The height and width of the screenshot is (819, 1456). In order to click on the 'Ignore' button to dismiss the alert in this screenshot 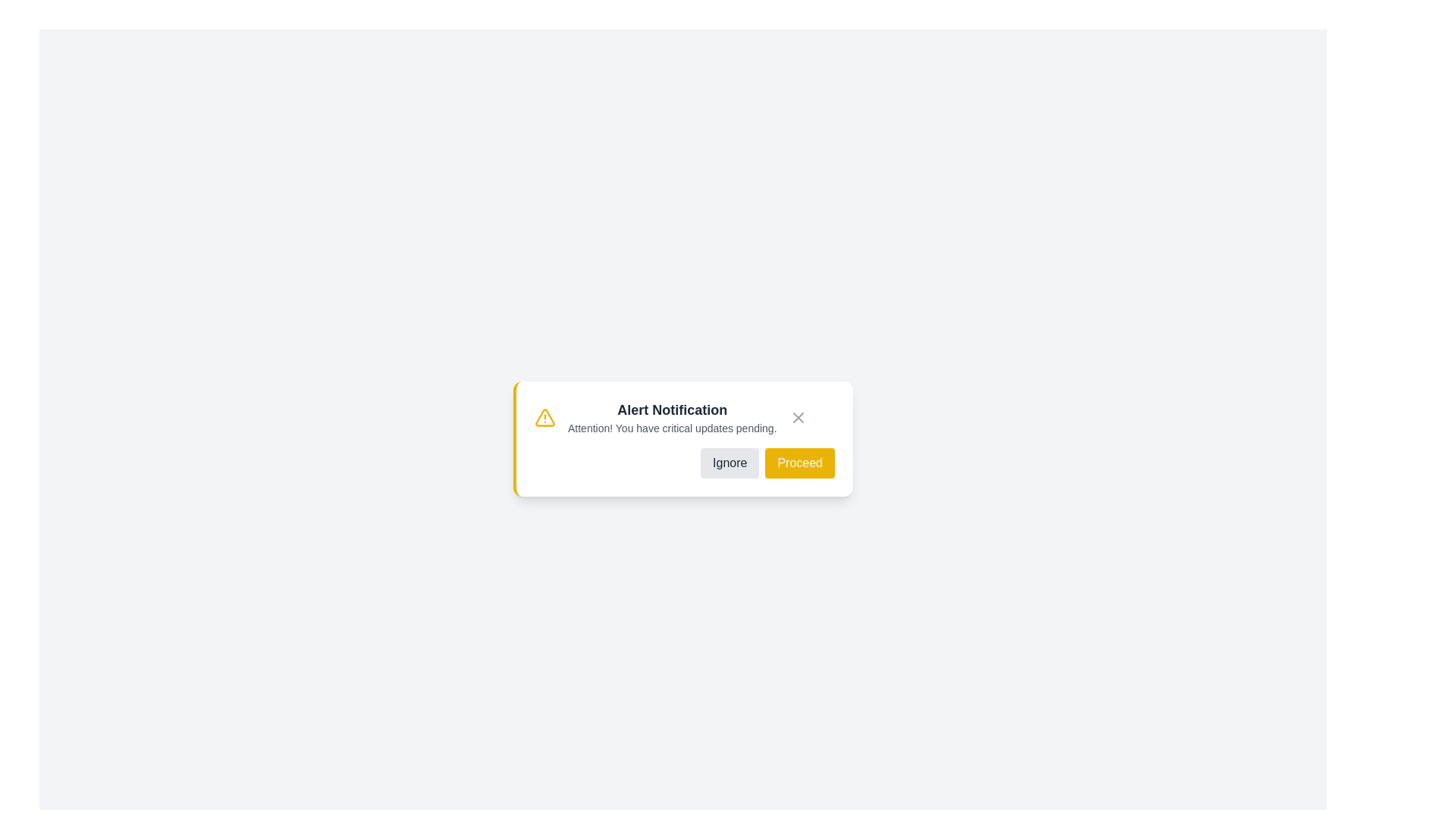, I will do `click(730, 462)`.